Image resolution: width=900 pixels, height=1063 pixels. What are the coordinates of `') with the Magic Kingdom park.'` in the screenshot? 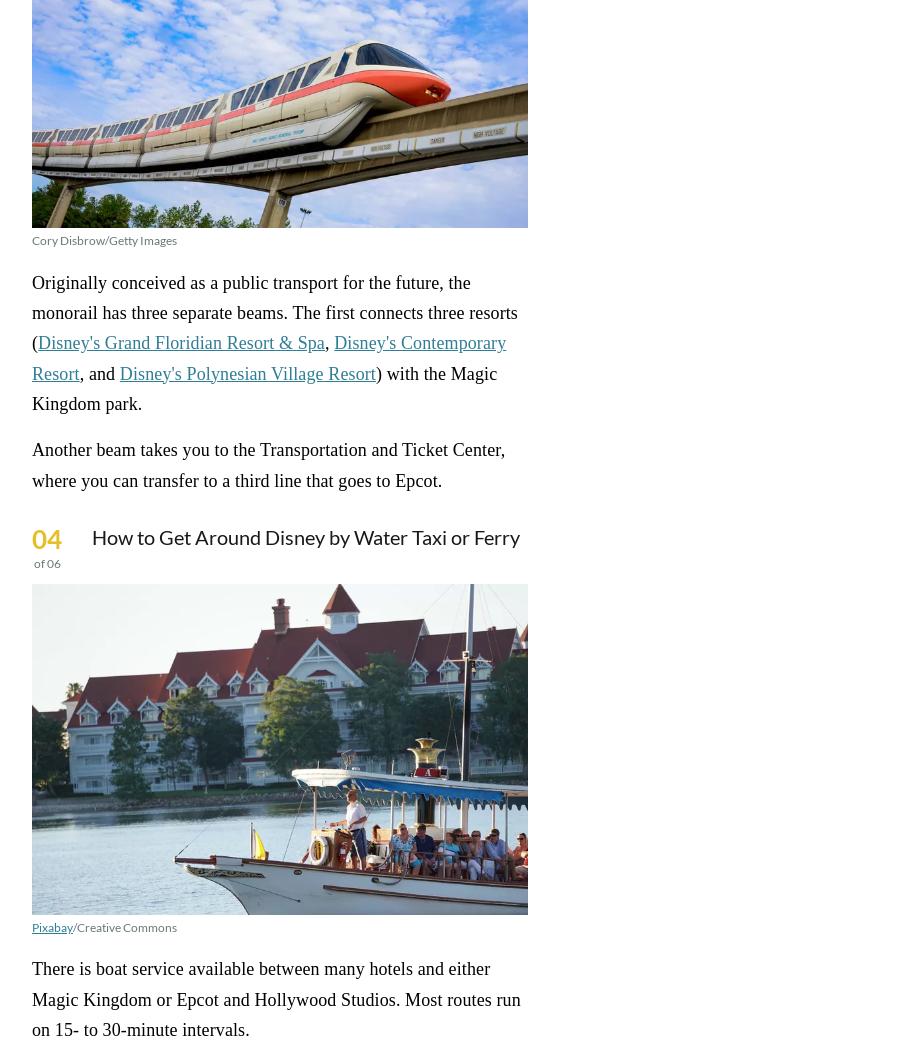 It's located at (263, 388).